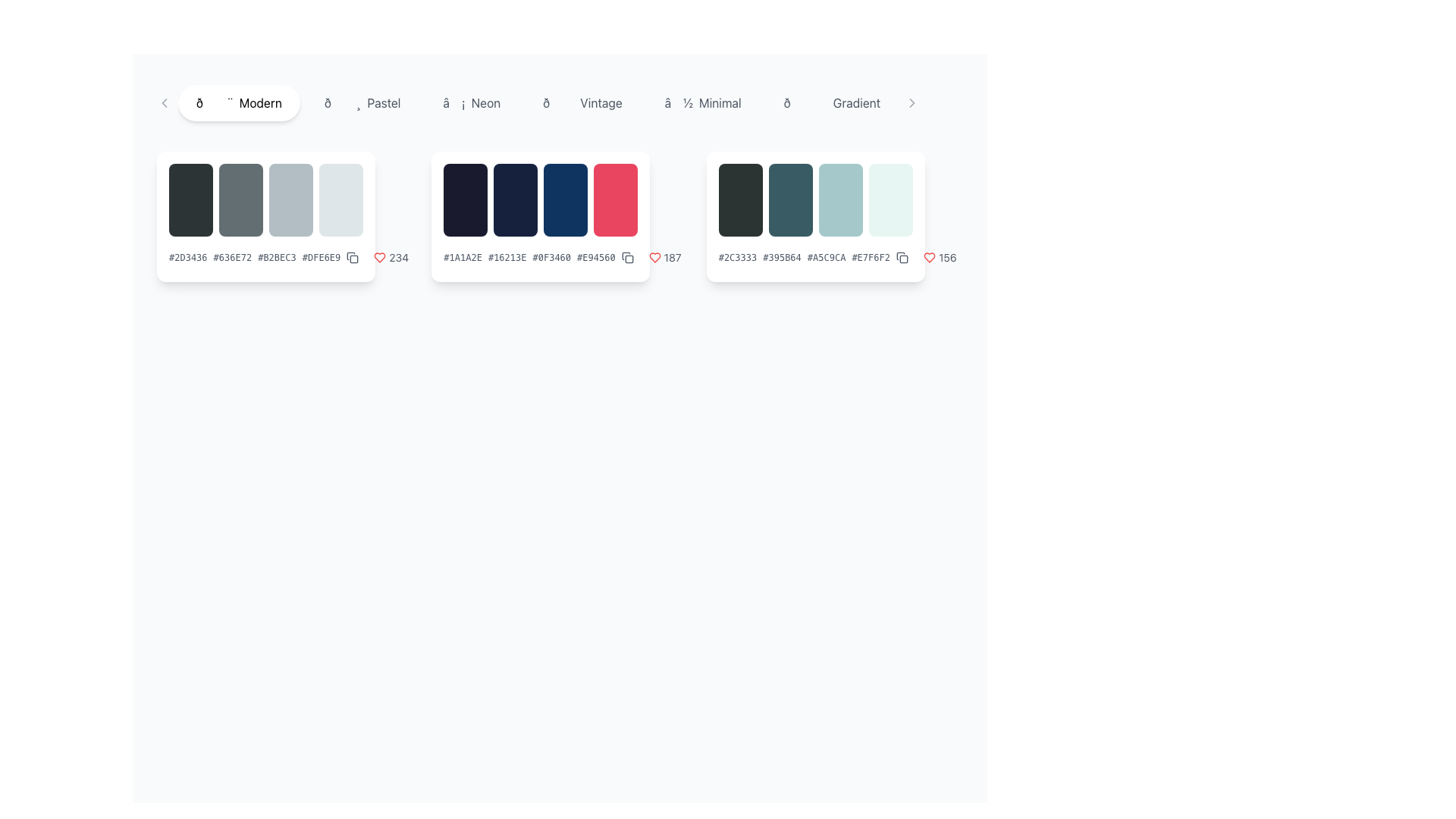 The image size is (1456, 819). I want to click on the heart-shaped 'like' icon filled with red color located next to the text '156', so click(928, 256).